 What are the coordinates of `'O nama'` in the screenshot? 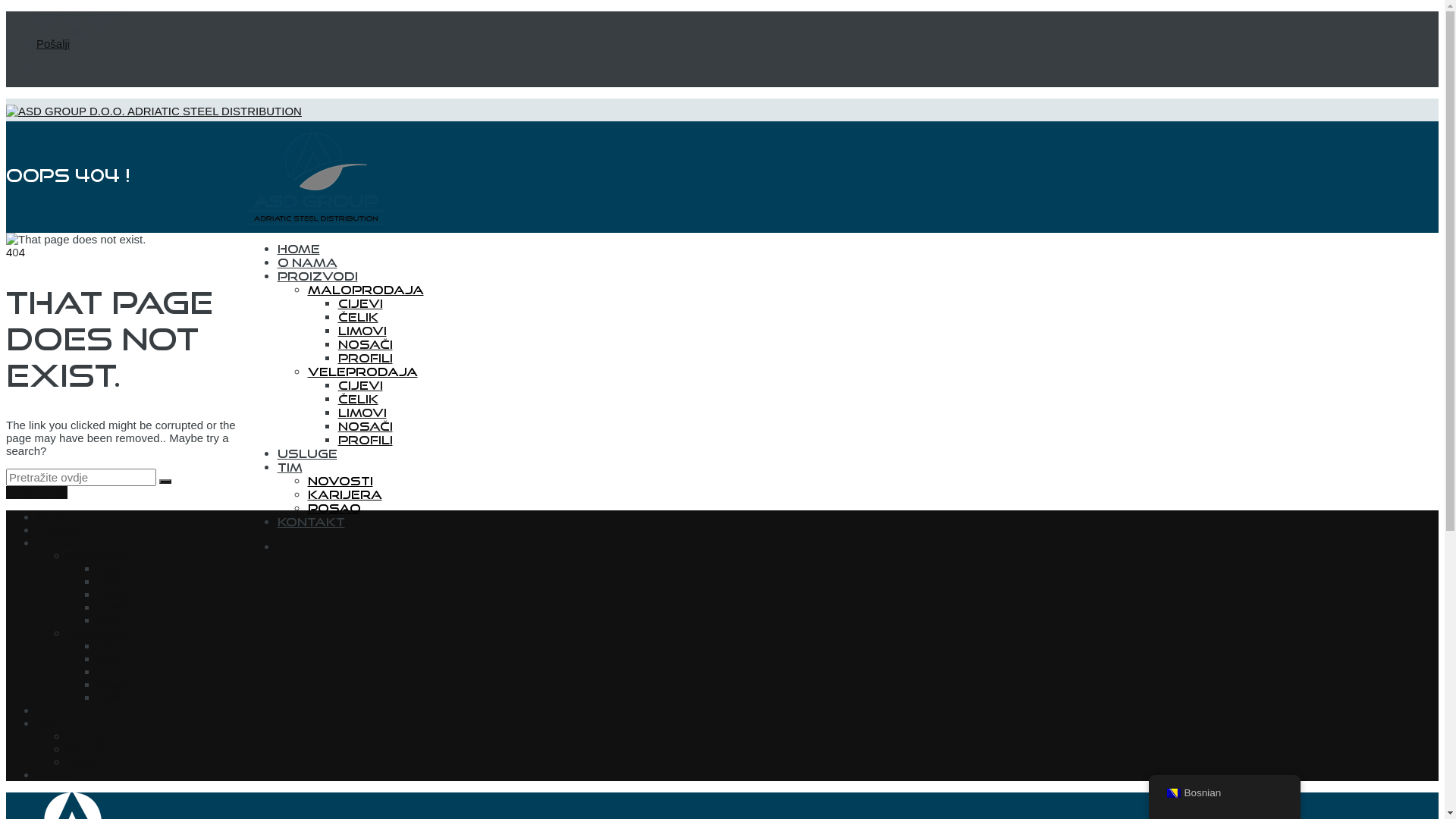 It's located at (56, 529).